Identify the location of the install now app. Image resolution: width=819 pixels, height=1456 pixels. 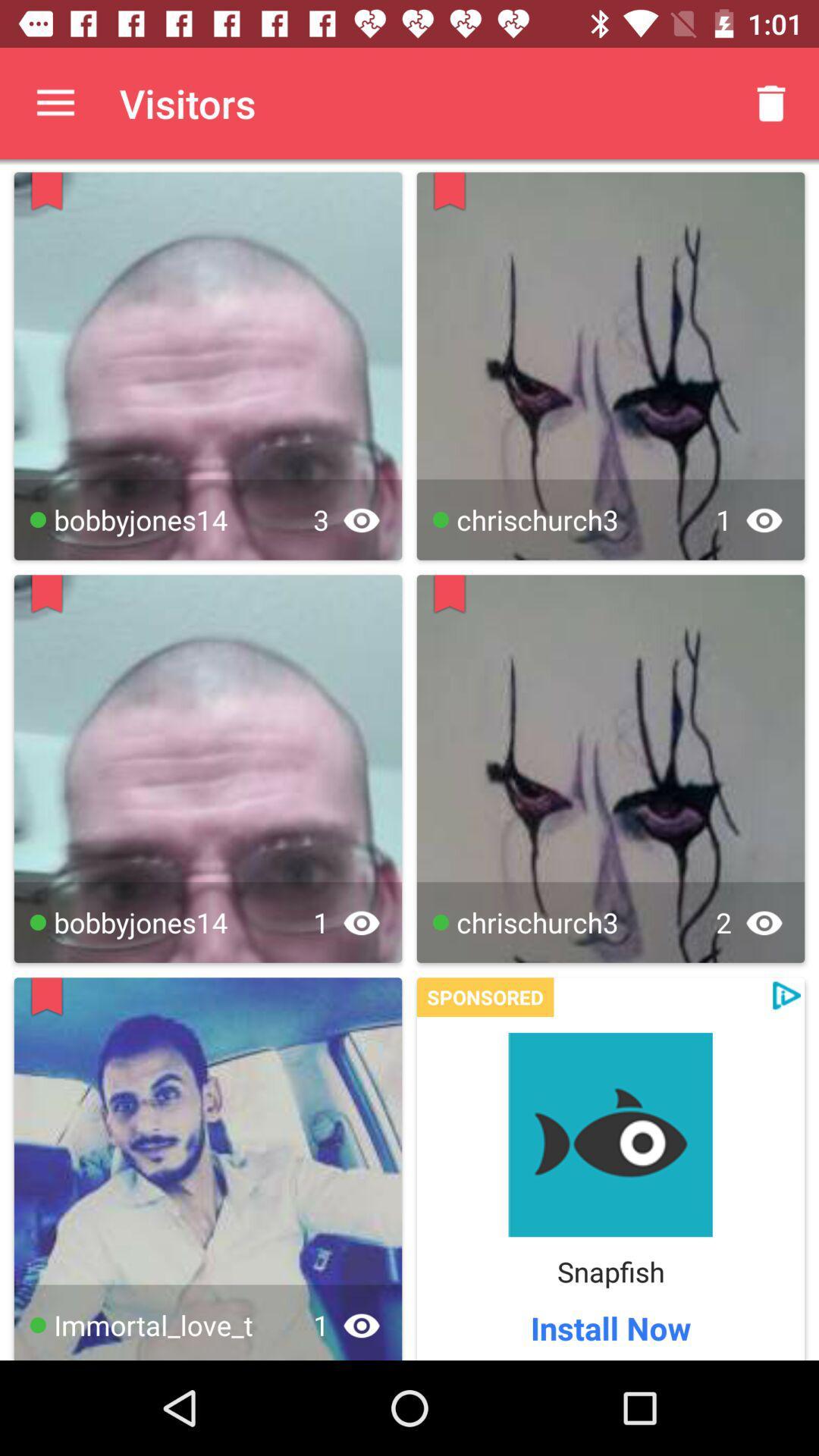
(610, 1327).